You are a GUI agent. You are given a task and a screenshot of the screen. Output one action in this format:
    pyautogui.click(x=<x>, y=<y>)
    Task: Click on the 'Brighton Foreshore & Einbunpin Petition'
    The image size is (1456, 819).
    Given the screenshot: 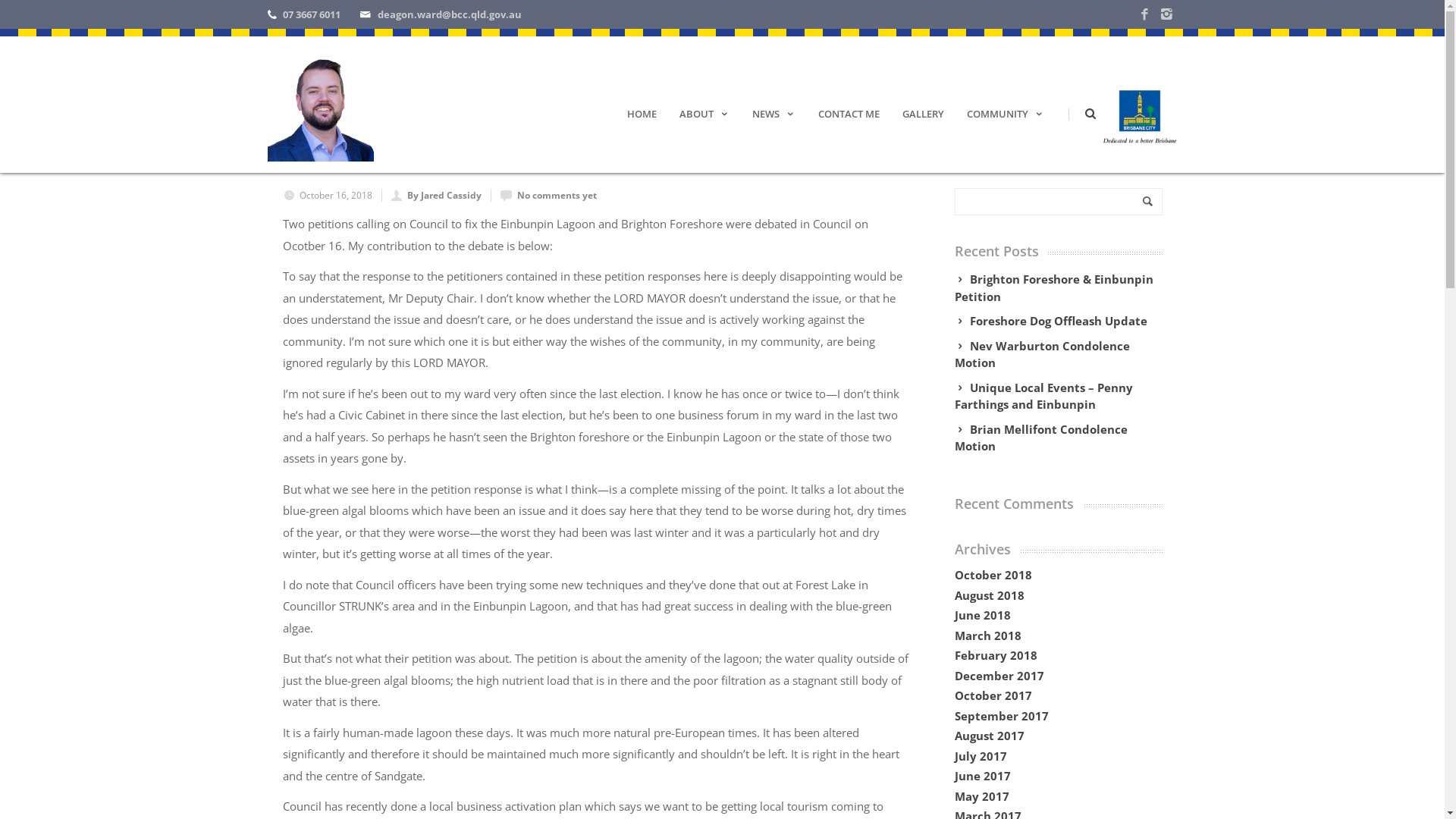 What is the action you would take?
    pyautogui.click(x=952, y=287)
    